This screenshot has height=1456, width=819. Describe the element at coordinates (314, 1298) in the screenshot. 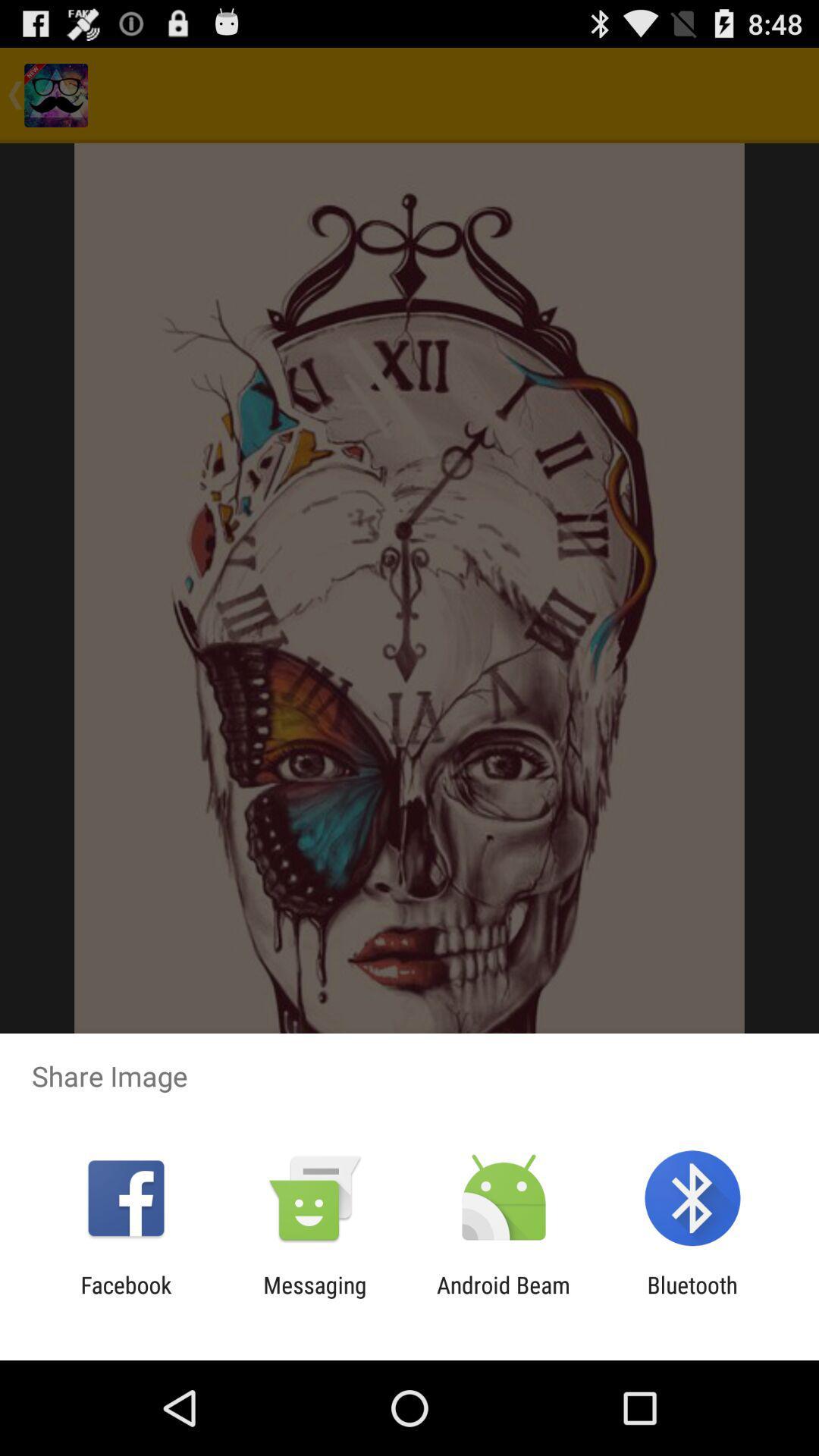

I see `messaging item` at that location.